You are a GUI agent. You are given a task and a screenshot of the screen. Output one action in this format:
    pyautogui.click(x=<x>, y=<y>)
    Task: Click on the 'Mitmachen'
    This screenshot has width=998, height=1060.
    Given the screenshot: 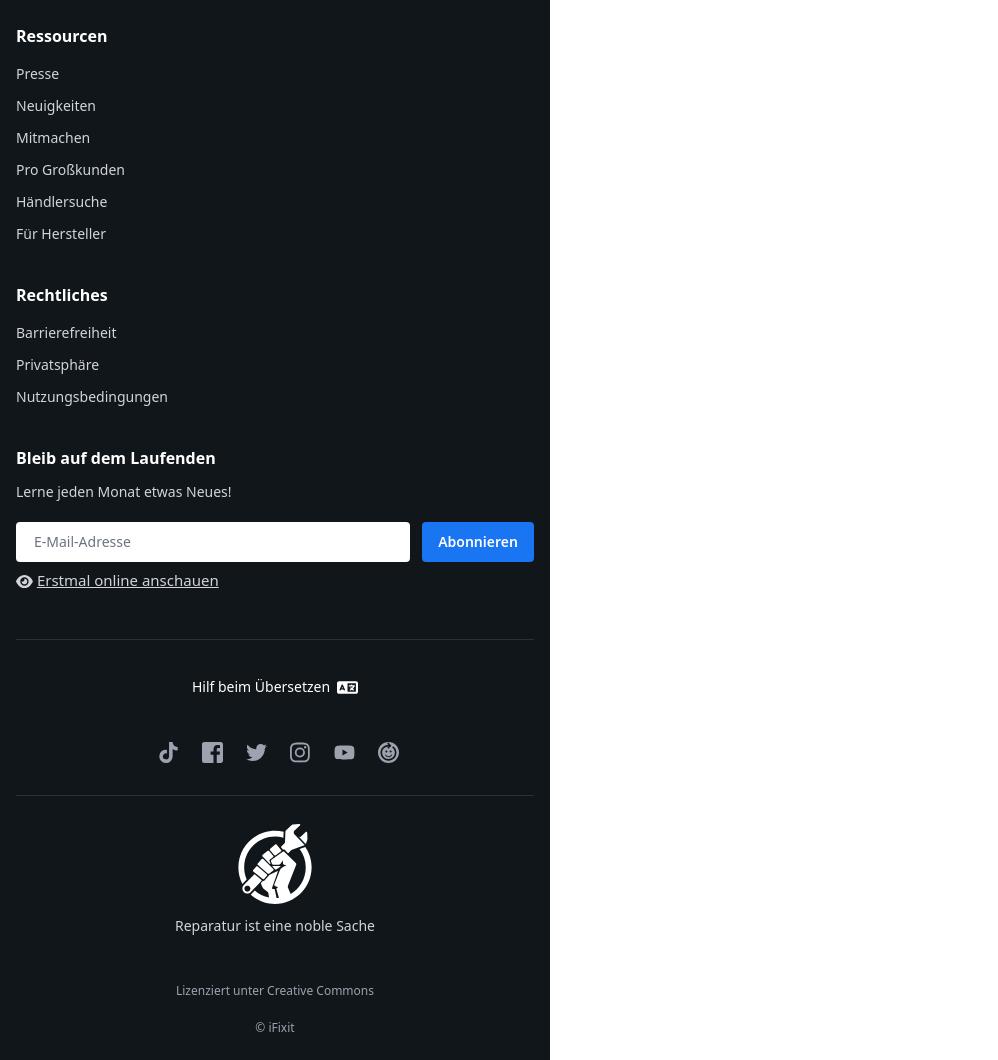 What is the action you would take?
    pyautogui.click(x=51, y=136)
    